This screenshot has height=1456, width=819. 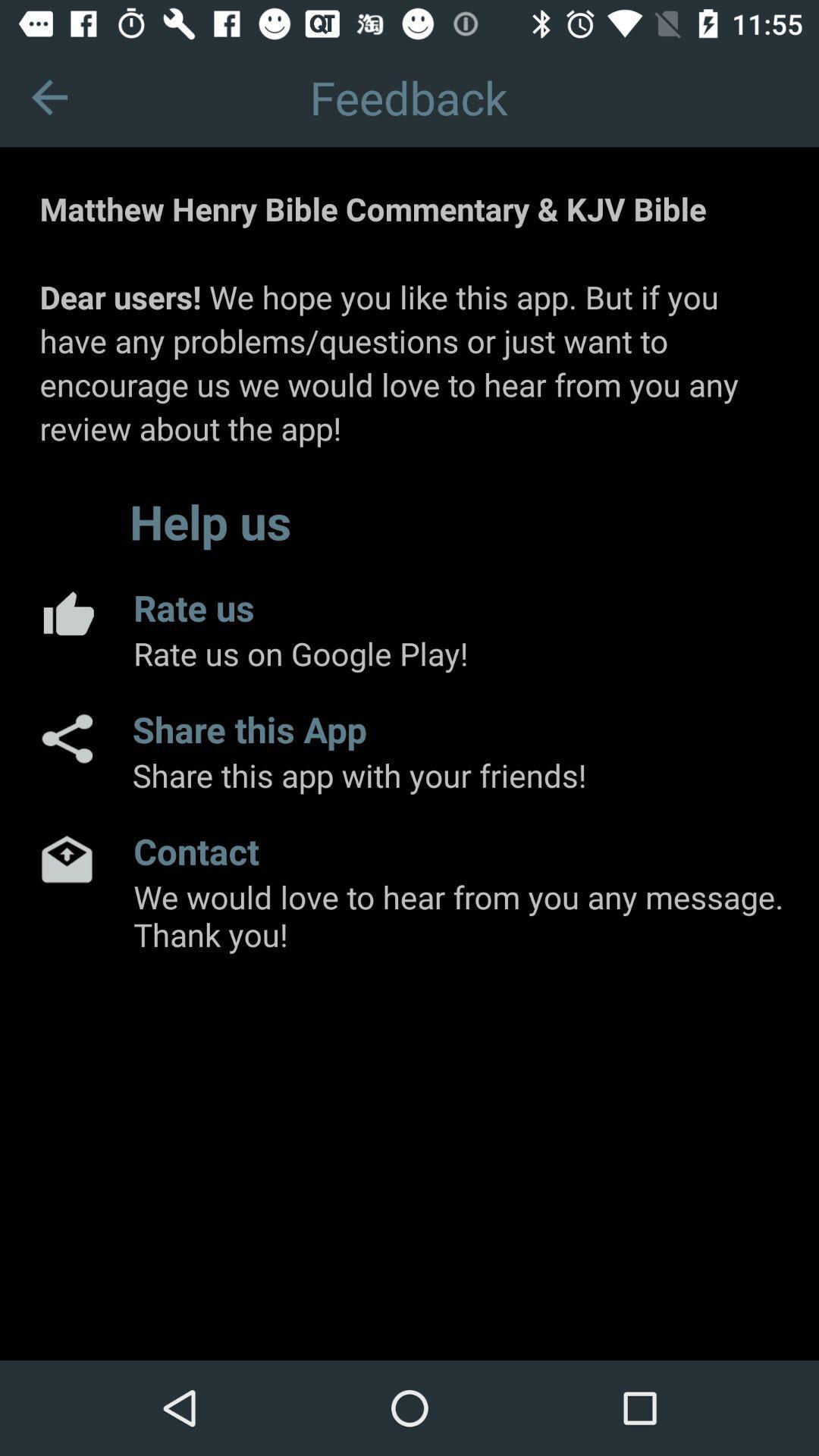 What do you see at coordinates (49, 96) in the screenshot?
I see `app above matthew henry bible` at bounding box center [49, 96].